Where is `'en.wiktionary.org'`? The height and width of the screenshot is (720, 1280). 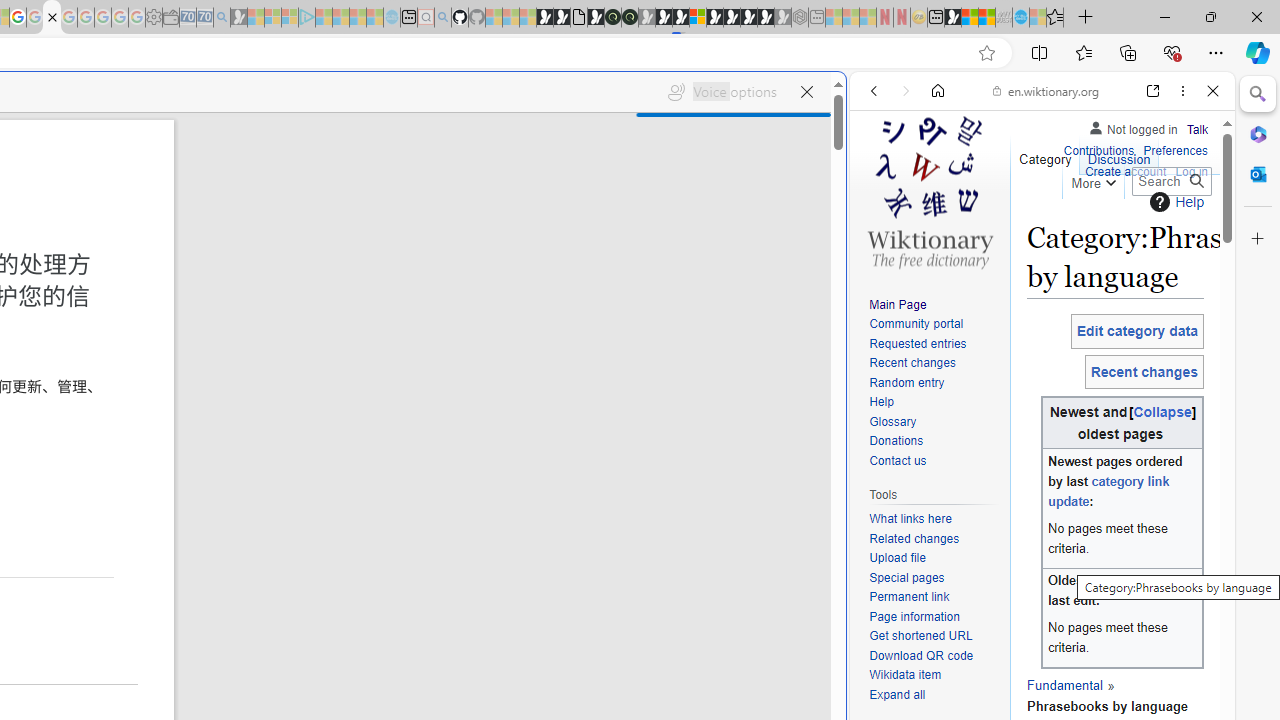 'en.wiktionary.org' is located at coordinates (1045, 91).